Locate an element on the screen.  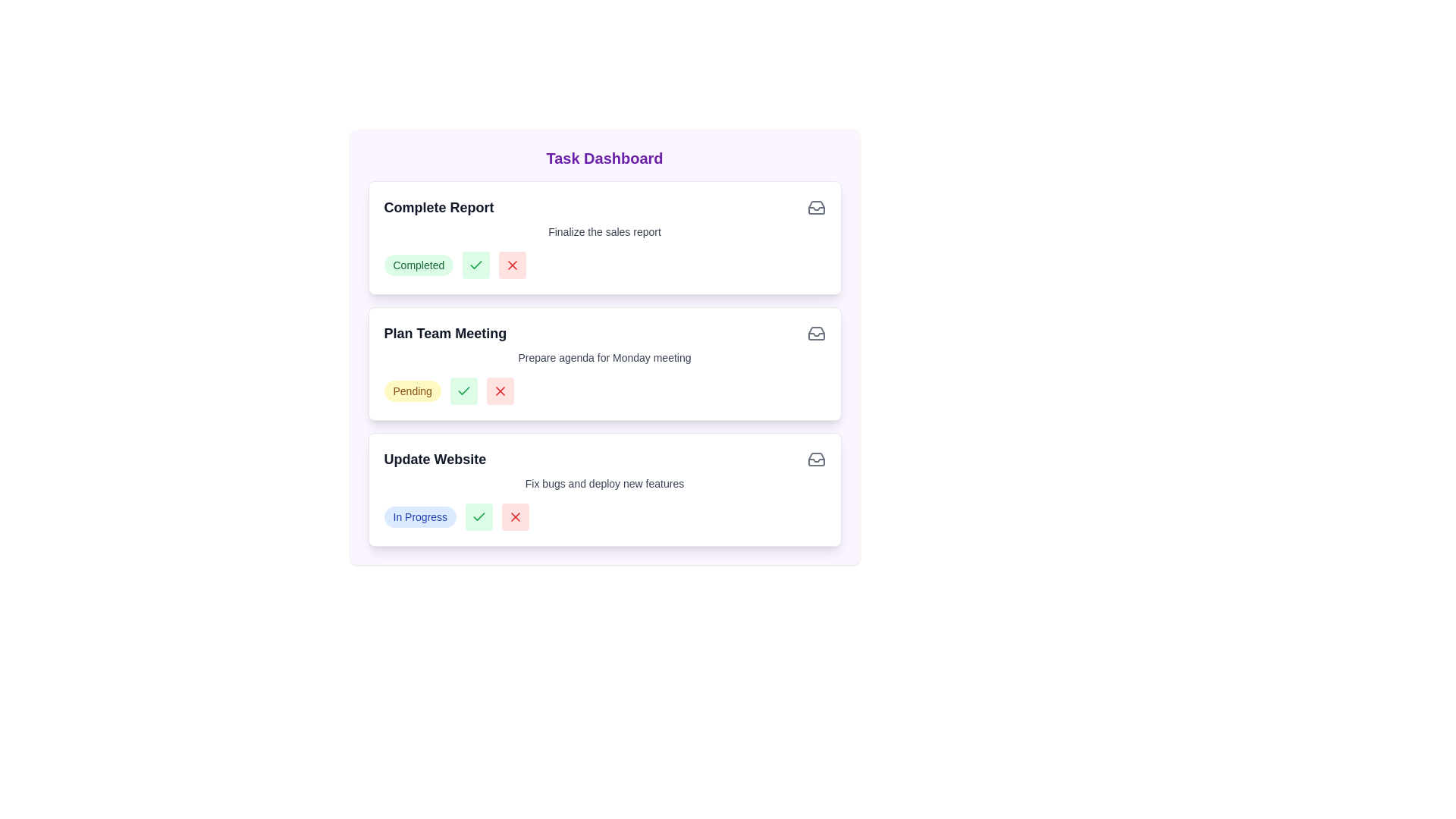
'Completed' button for the task titled Update Website is located at coordinates (479, 516).